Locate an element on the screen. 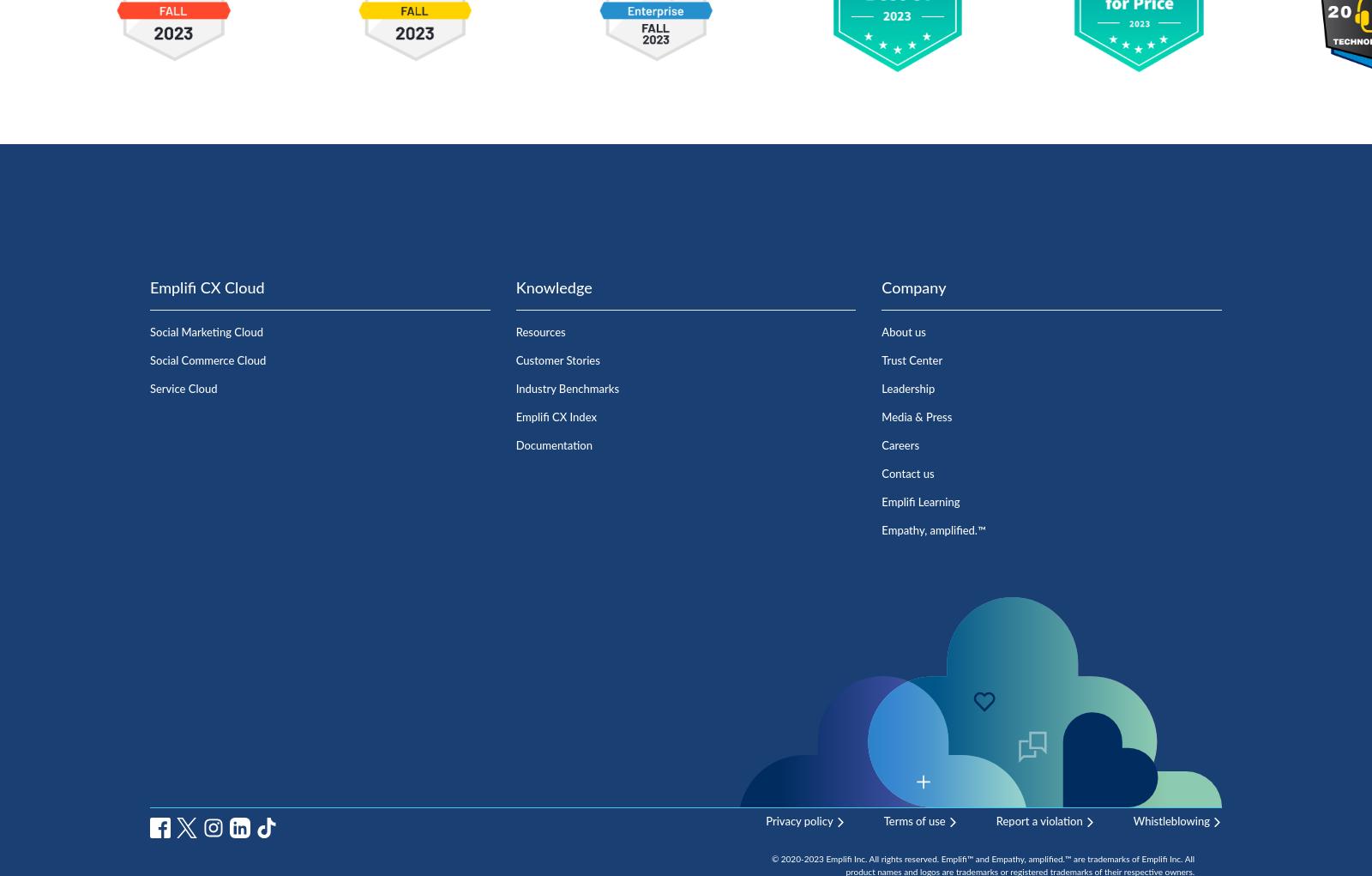  'Industry Benchmarks' is located at coordinates (514, 389).